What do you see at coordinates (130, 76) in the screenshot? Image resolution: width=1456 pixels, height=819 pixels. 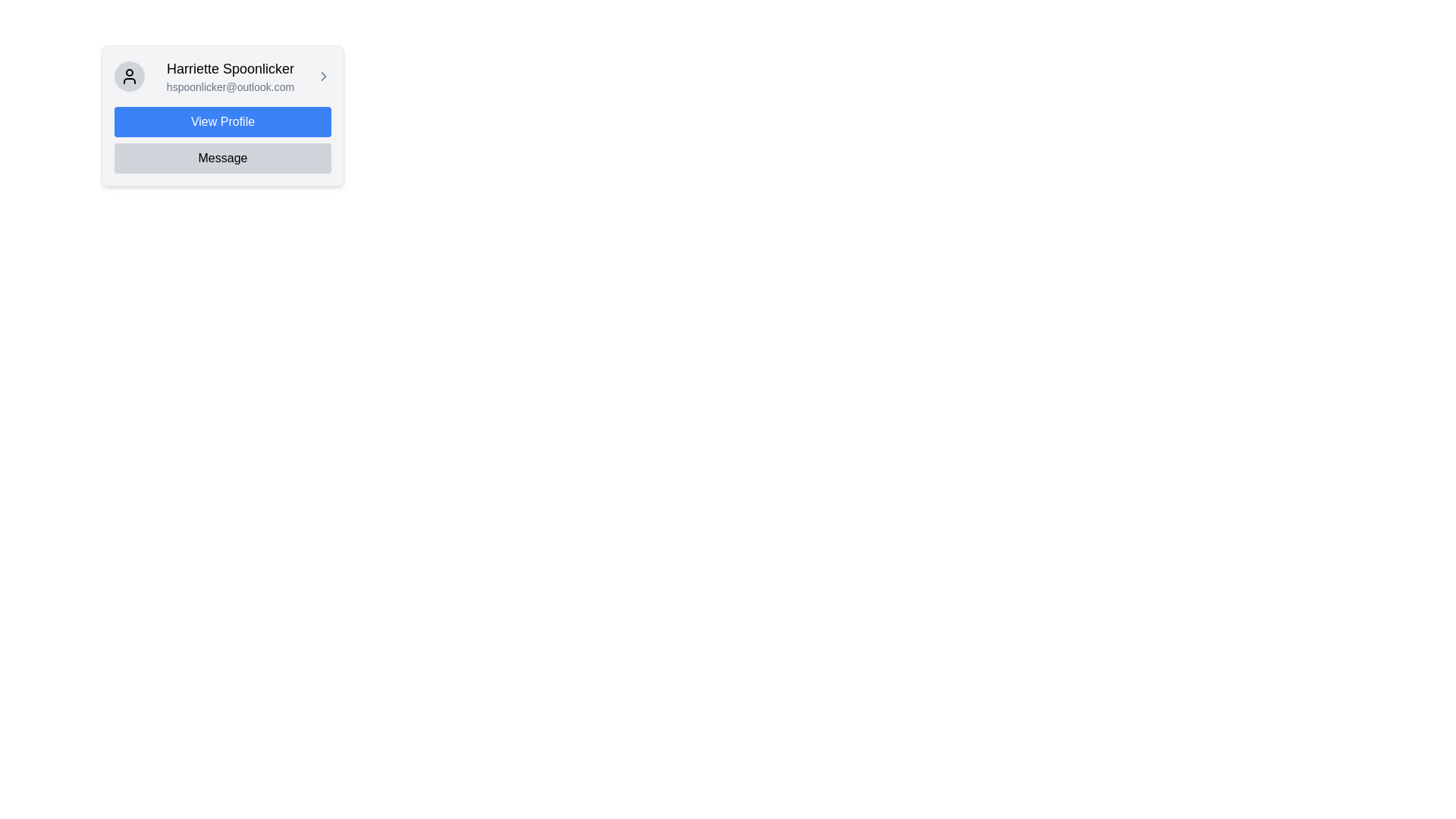 I see `the circular profile icon, which features a light gray background and a minimalistic black user profile representation, located at the top left of the user's details` at bounding box center [130, 76].